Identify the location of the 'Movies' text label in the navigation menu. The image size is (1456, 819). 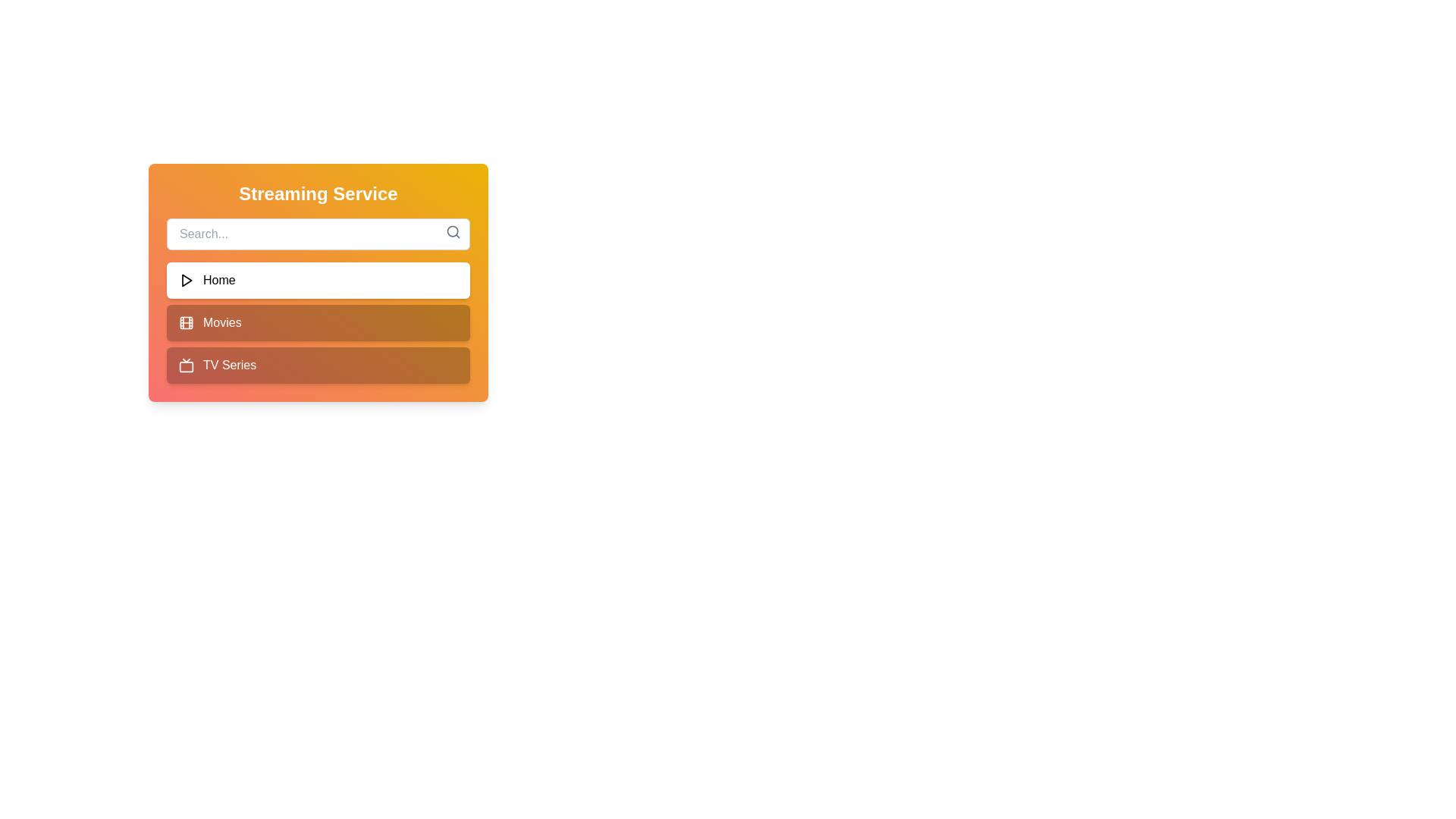
(221, 322).